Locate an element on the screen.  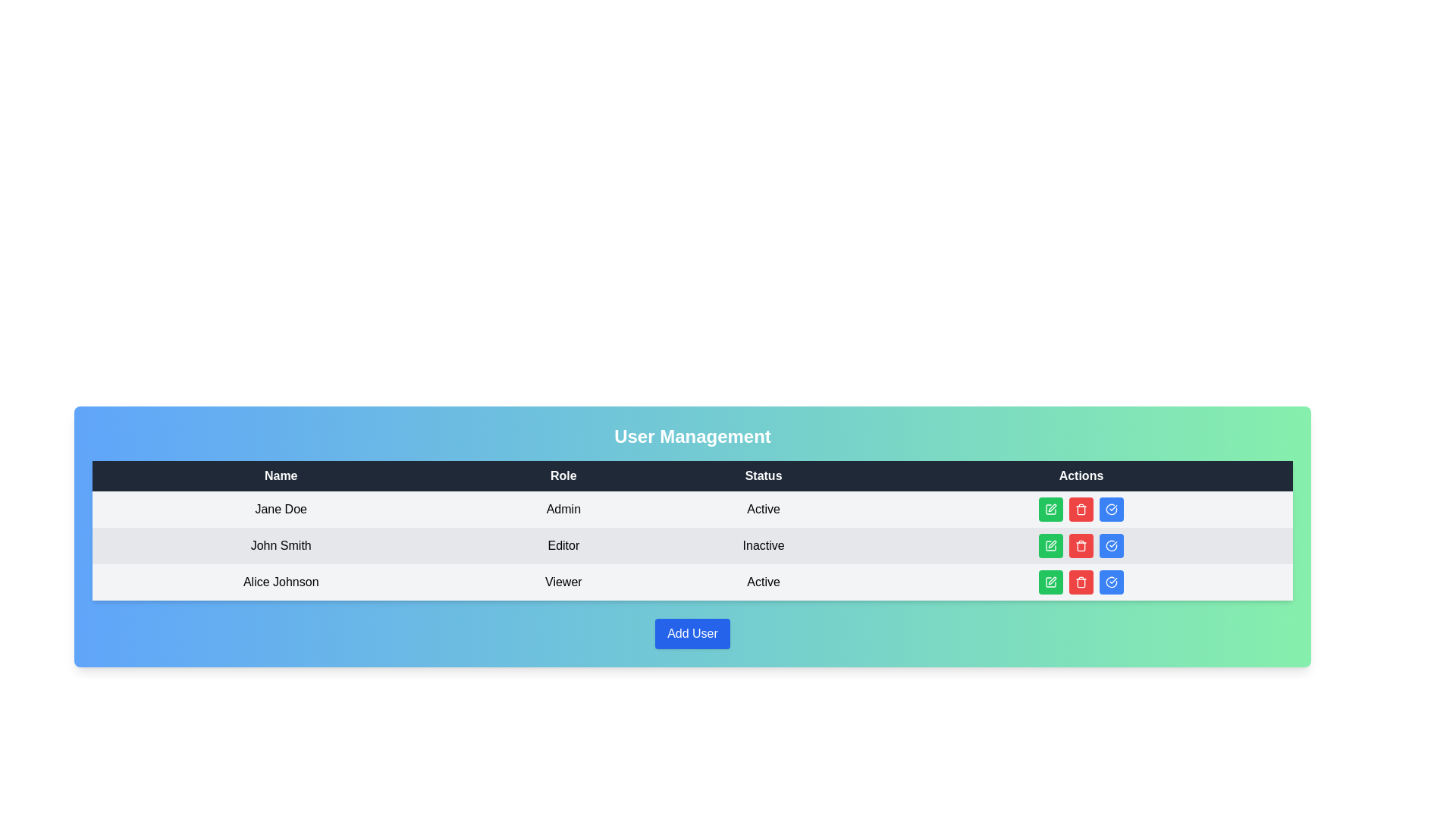
the delete action button, which is the second button from the left in the 'Actions' column of the second row in the table, positioned between a green edit button and a blue confirmation button is located at coordinates (1080, 546).